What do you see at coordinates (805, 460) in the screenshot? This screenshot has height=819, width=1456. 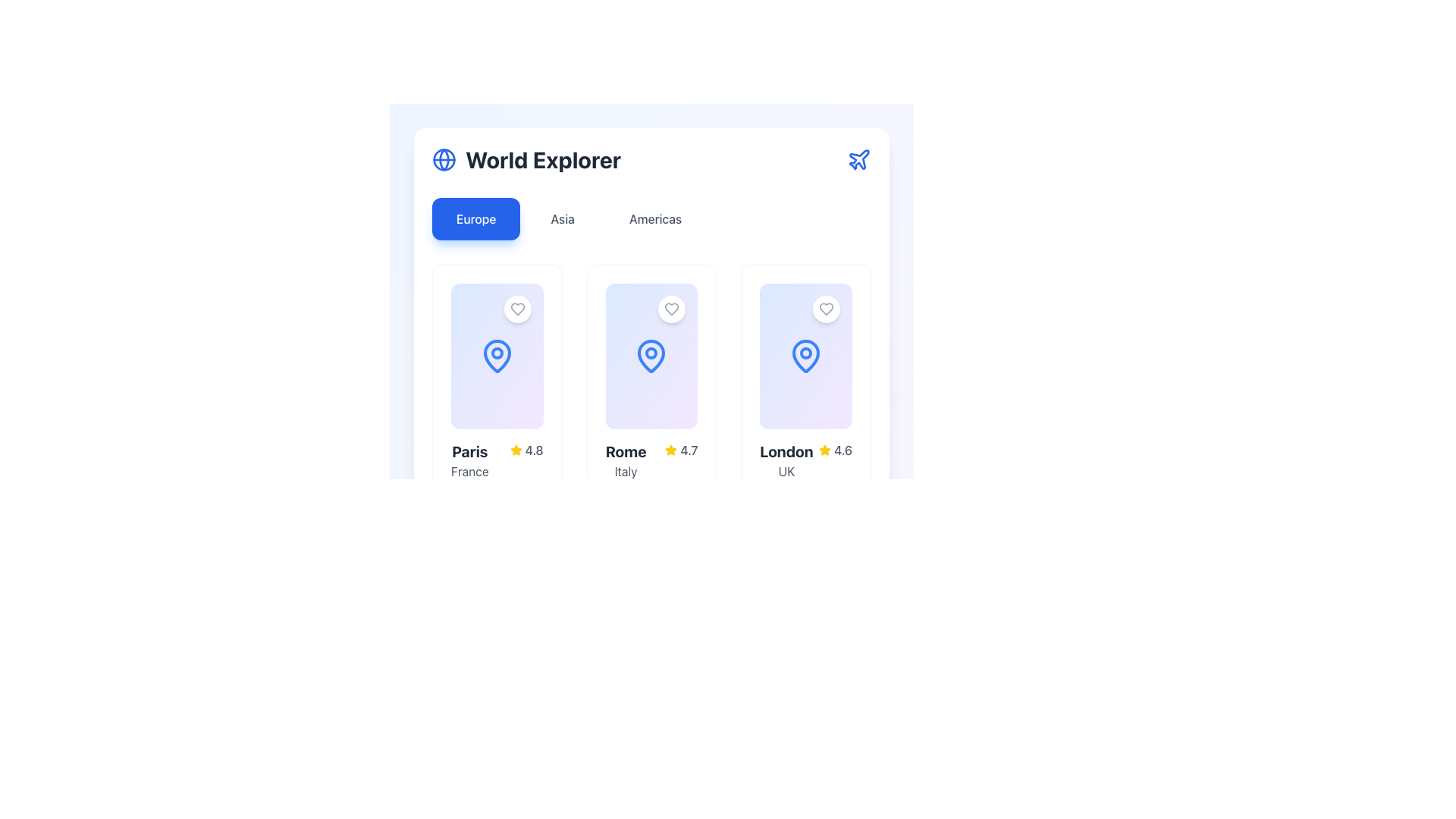 I see `the Label displaying 'London' with a yellow star icon and a rating of '4.6'` at bounding box center [805, 460].